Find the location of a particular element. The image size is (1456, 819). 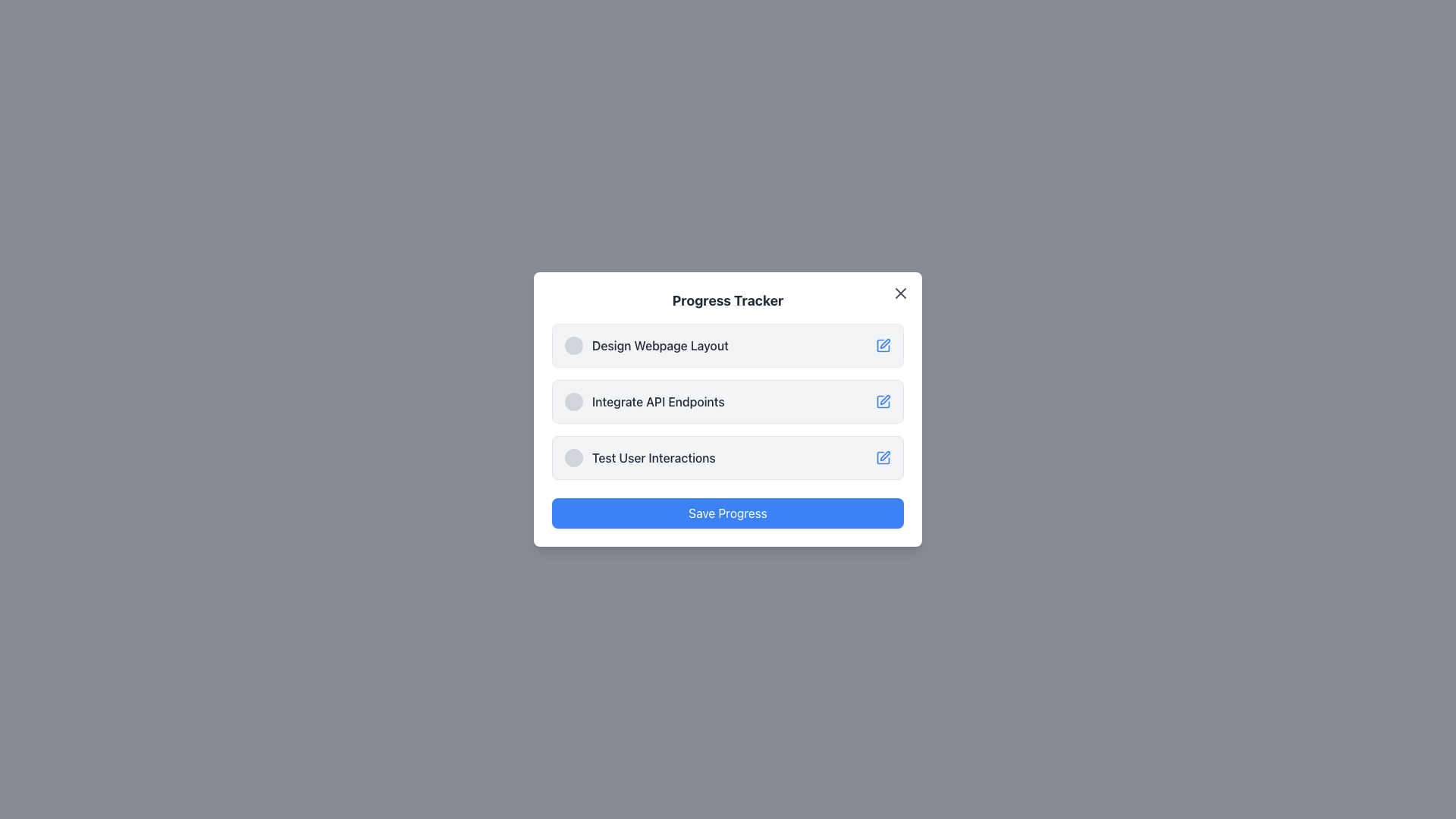

the Circle Indicator, which is a small circular icon with a gray background located at the start of the row labeled 'Integrate API Endpoints' in the 'Progress Tracker' dialog box is located at coordinates (573, 400).